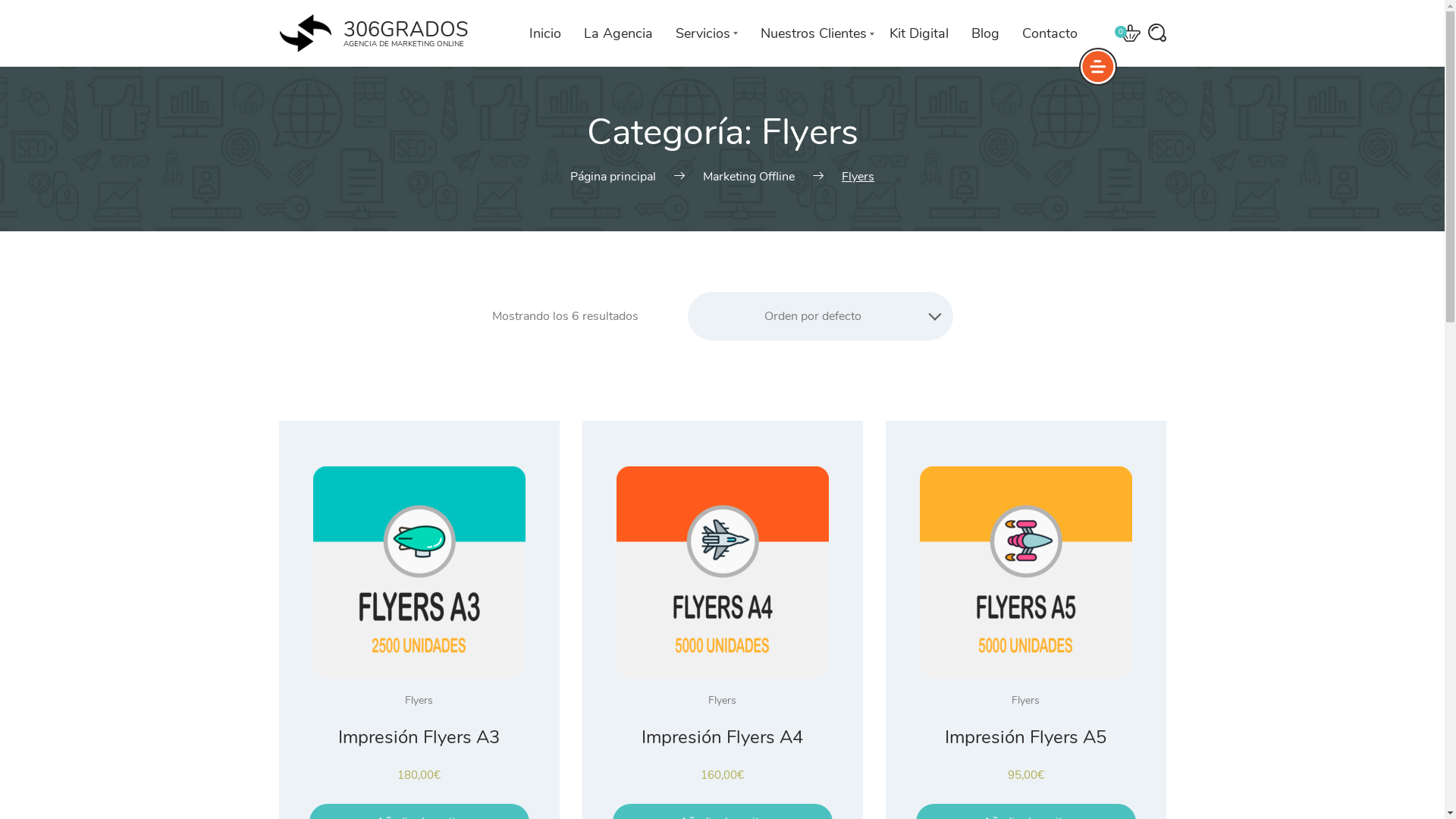 The width and height of the screenshot is (1456, 819). What do you see at coordinates (404, 700) in the screenshot?
I see `'Flyers'` at bounding box center [404, 700].